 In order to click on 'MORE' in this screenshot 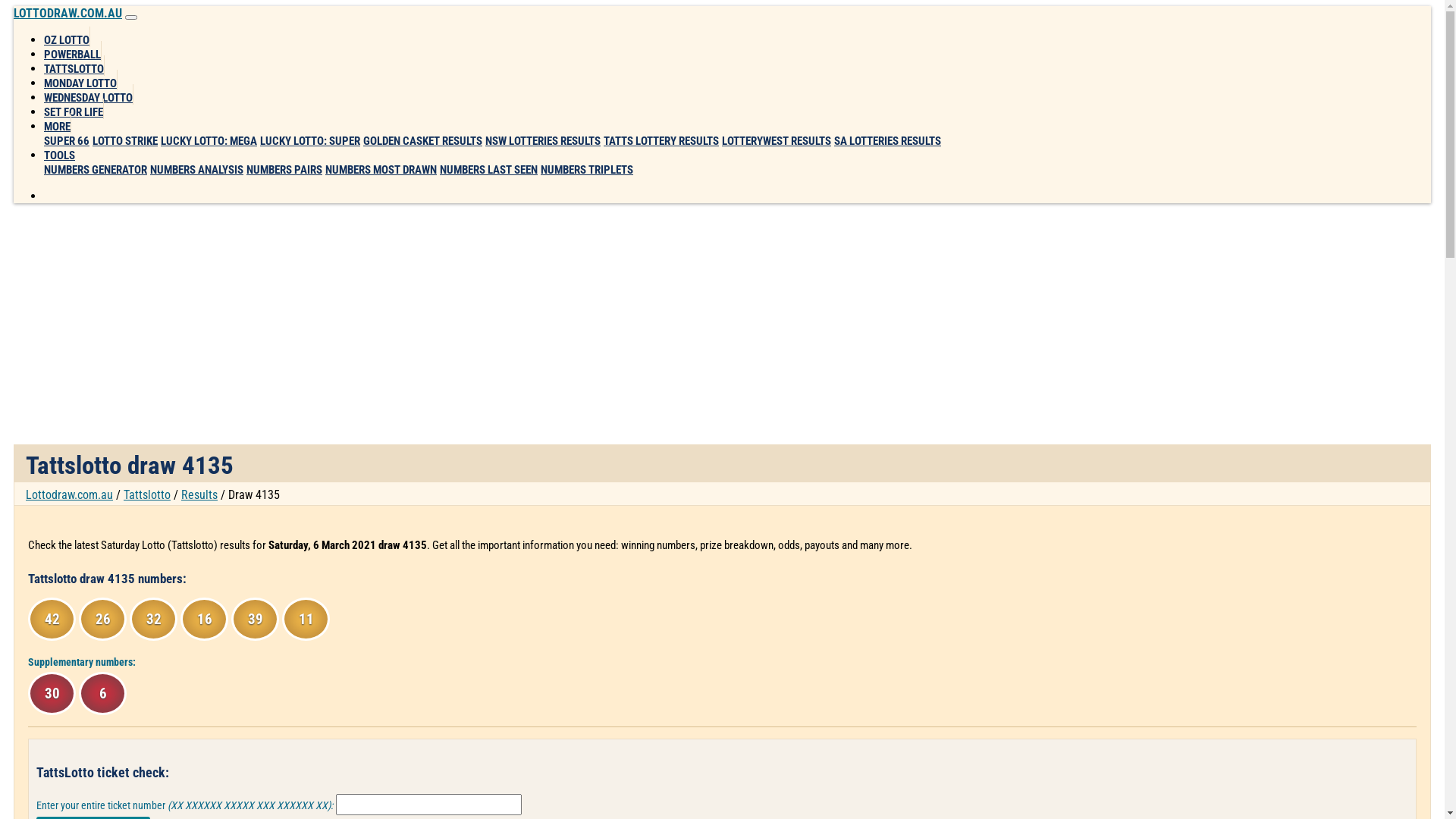, I will do `click(43, 122)`.